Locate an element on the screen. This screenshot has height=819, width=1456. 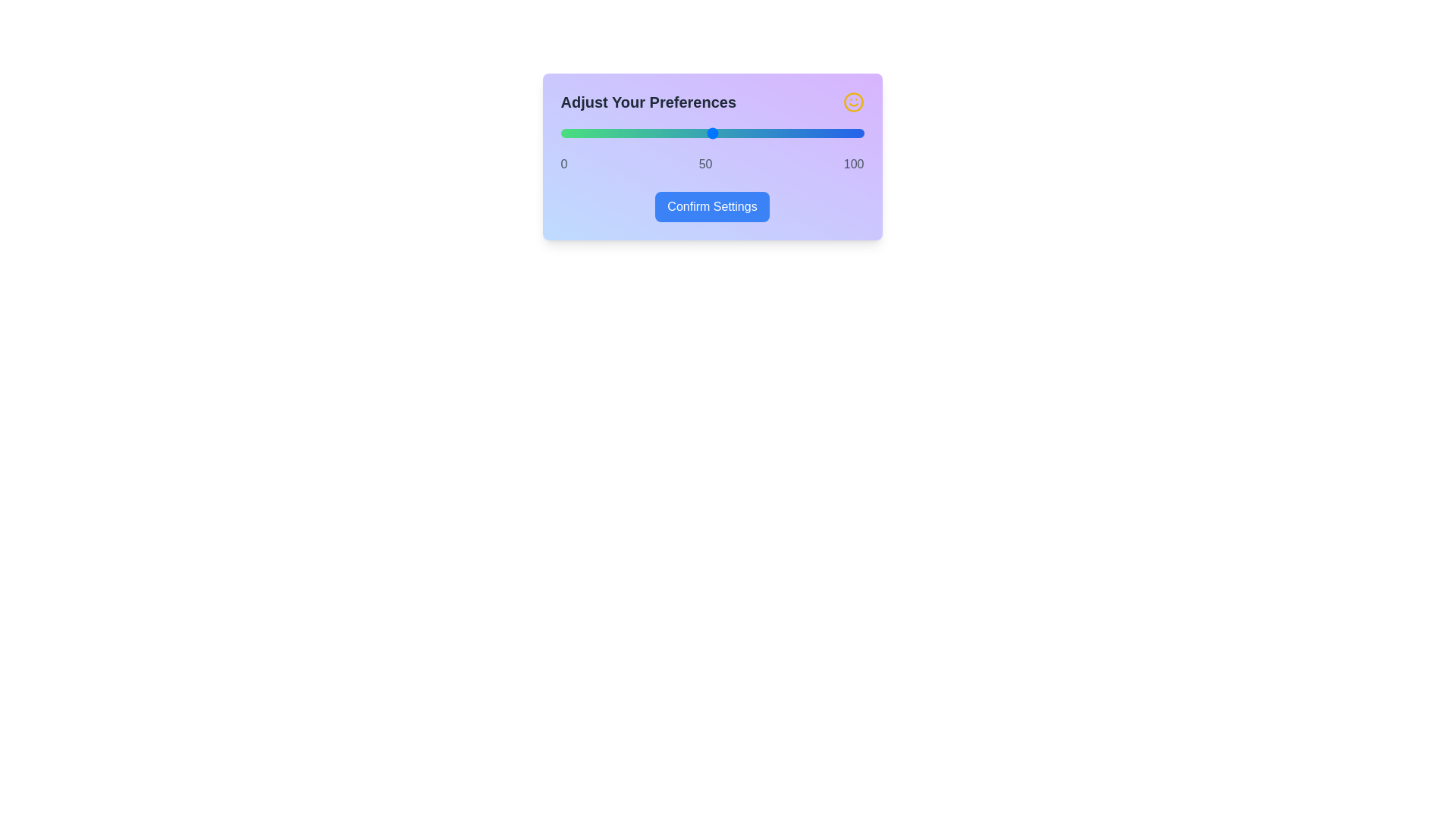
the slider to set the value to 50 is located at coordinates (711, 133).